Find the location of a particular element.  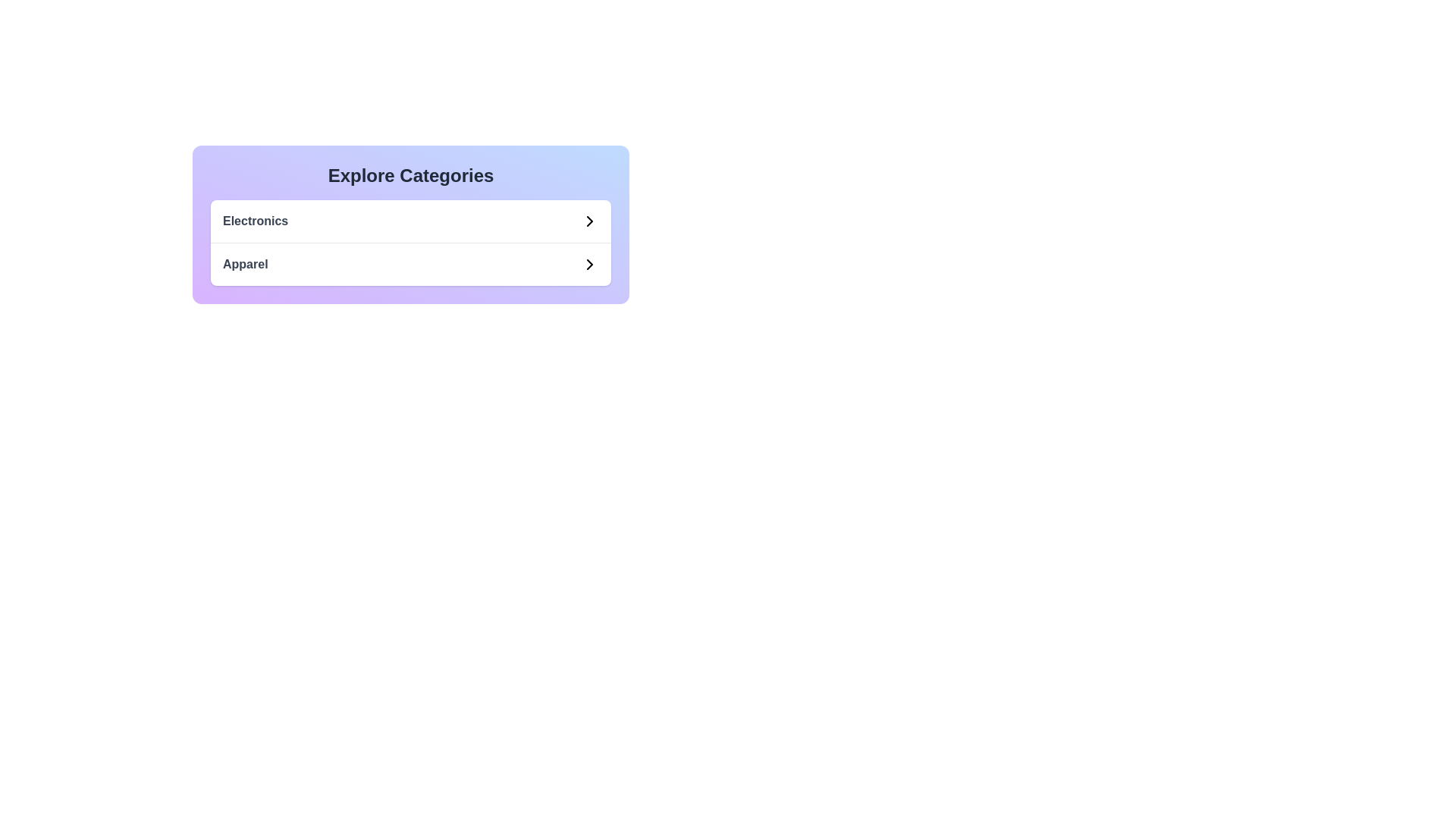

the 'Apparel' category selection option located as the second item in the 'Explore Categories' section, directly below the 'Electronics' item is located at coordinates (411, 263).